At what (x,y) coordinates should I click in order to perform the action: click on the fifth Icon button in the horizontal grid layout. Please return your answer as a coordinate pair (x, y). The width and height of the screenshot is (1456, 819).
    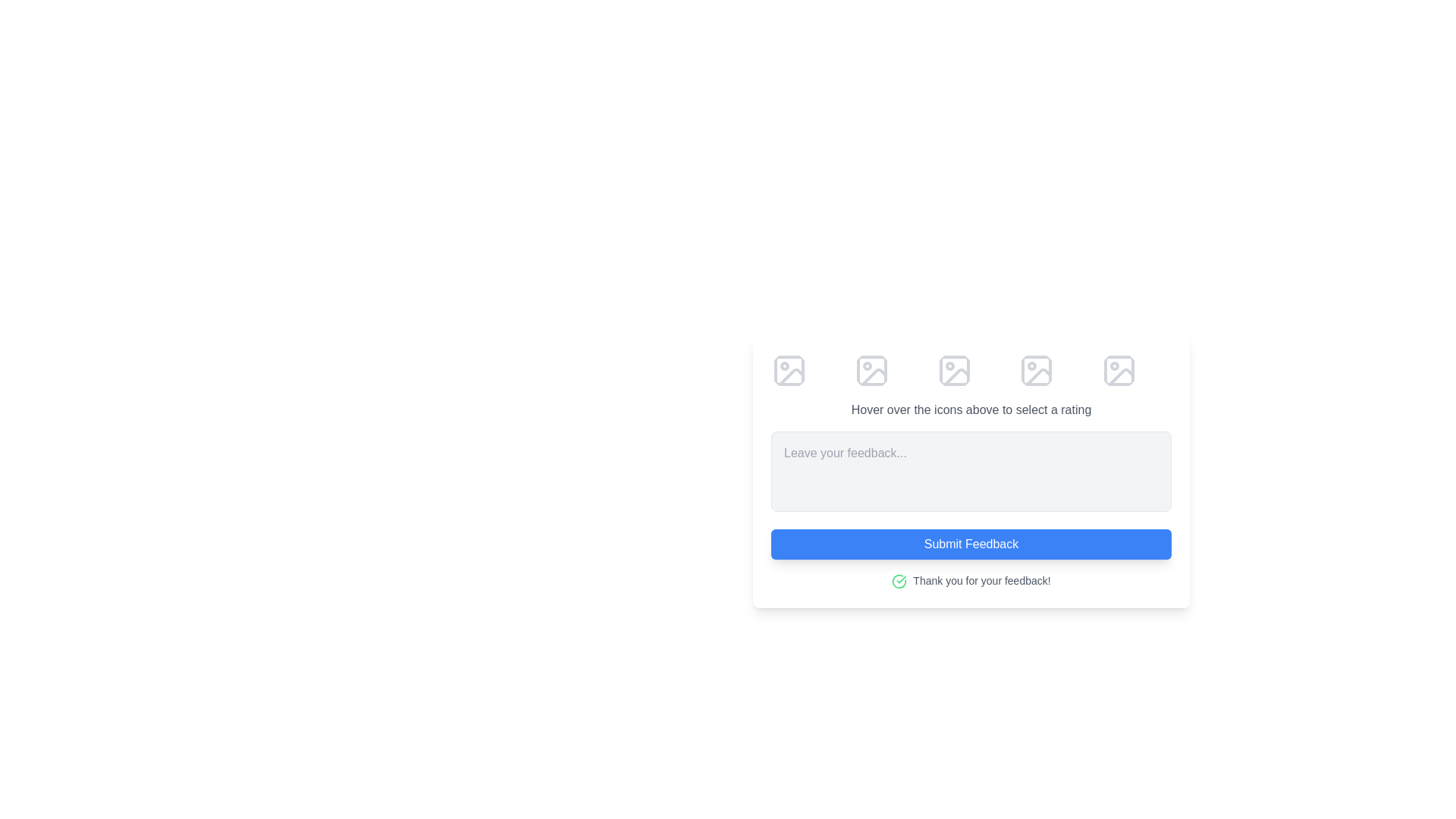
    Looking at the image, I should click on (1119, 371).